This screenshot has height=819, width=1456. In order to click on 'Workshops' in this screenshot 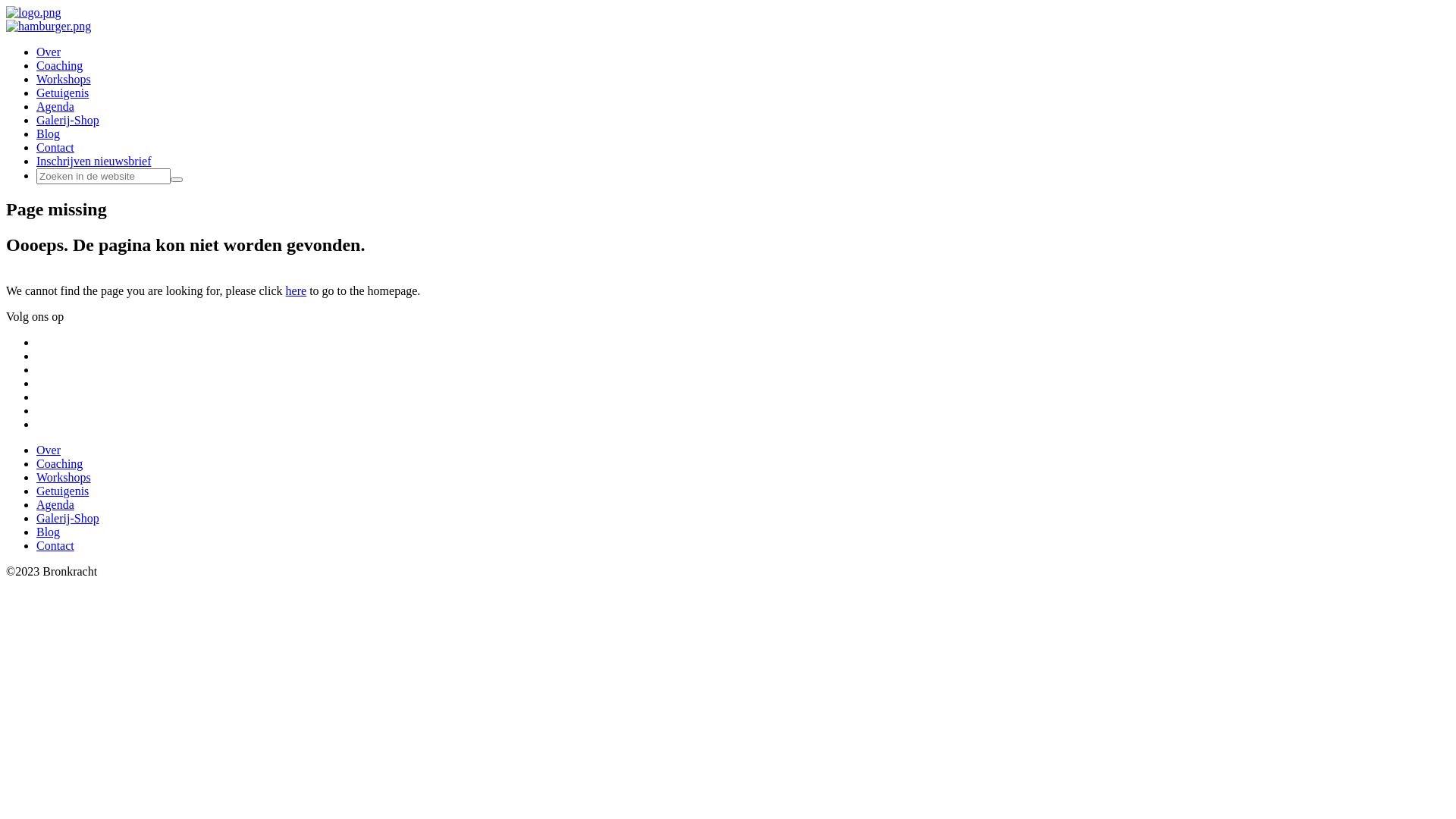, I will do `click(62, 79)`.